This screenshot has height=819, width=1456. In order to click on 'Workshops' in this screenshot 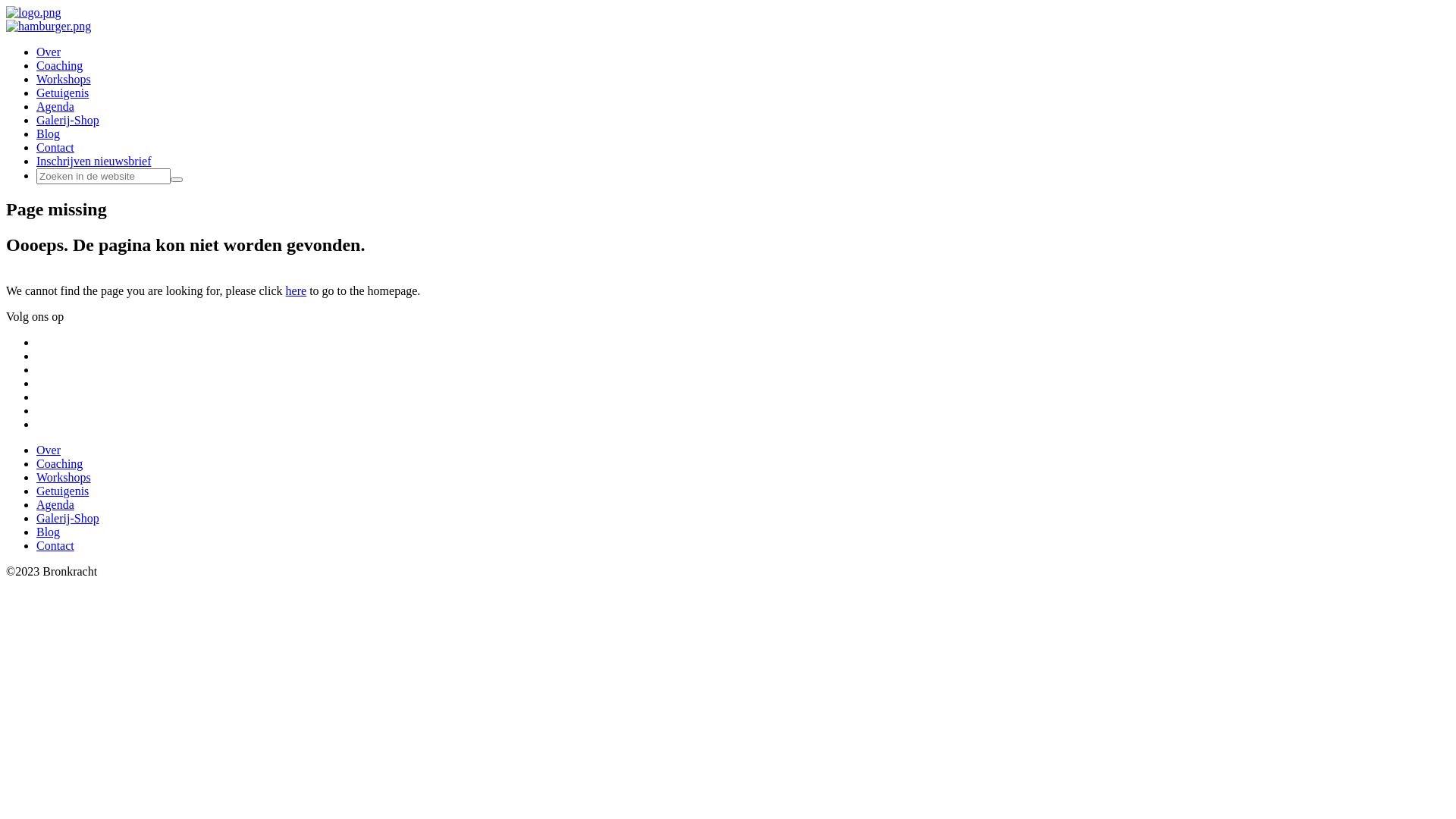, I will do `click(62, 79)`.